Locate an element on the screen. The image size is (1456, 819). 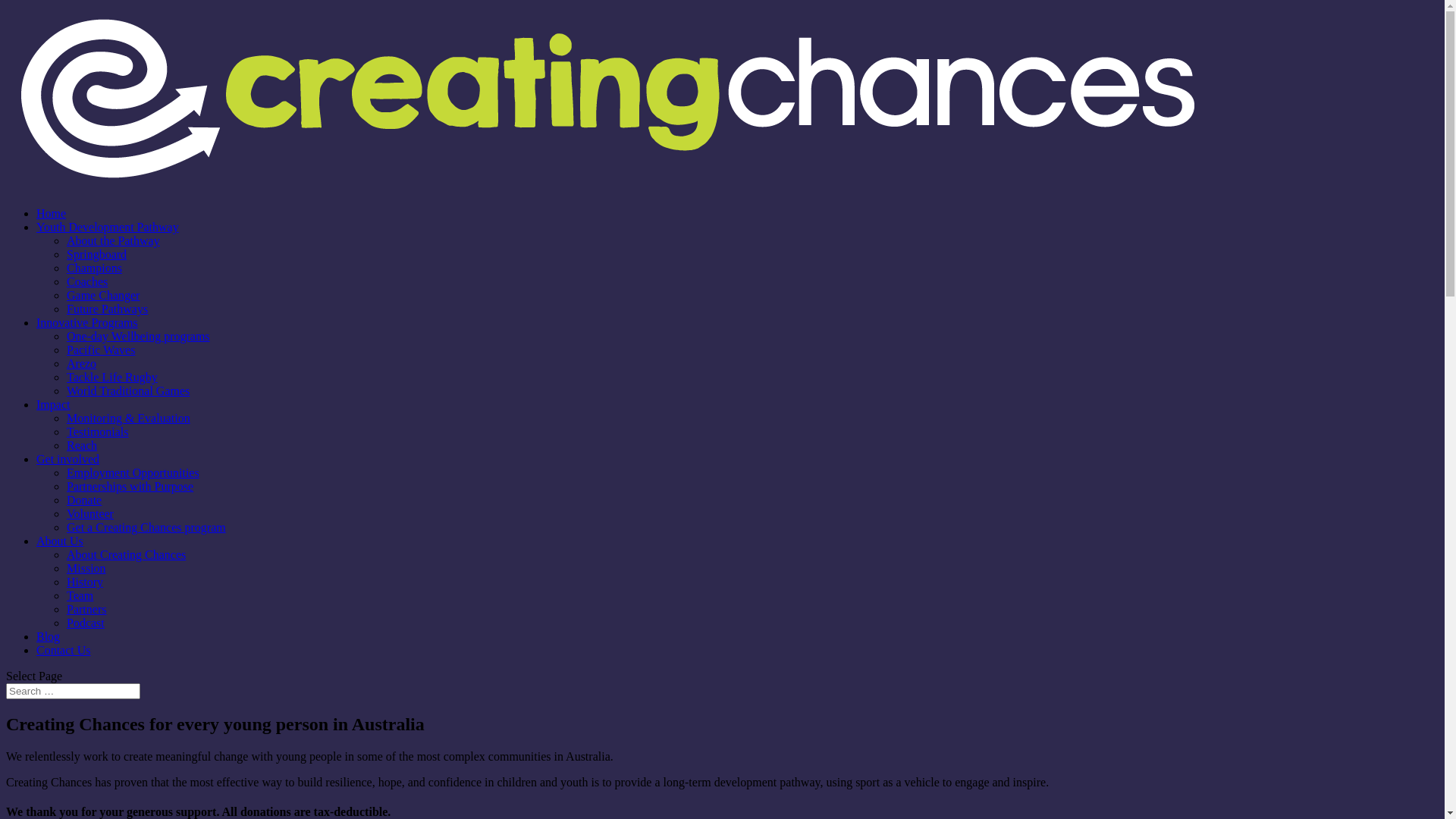
'World Traditional Games' is located at coordinates (127, 390).